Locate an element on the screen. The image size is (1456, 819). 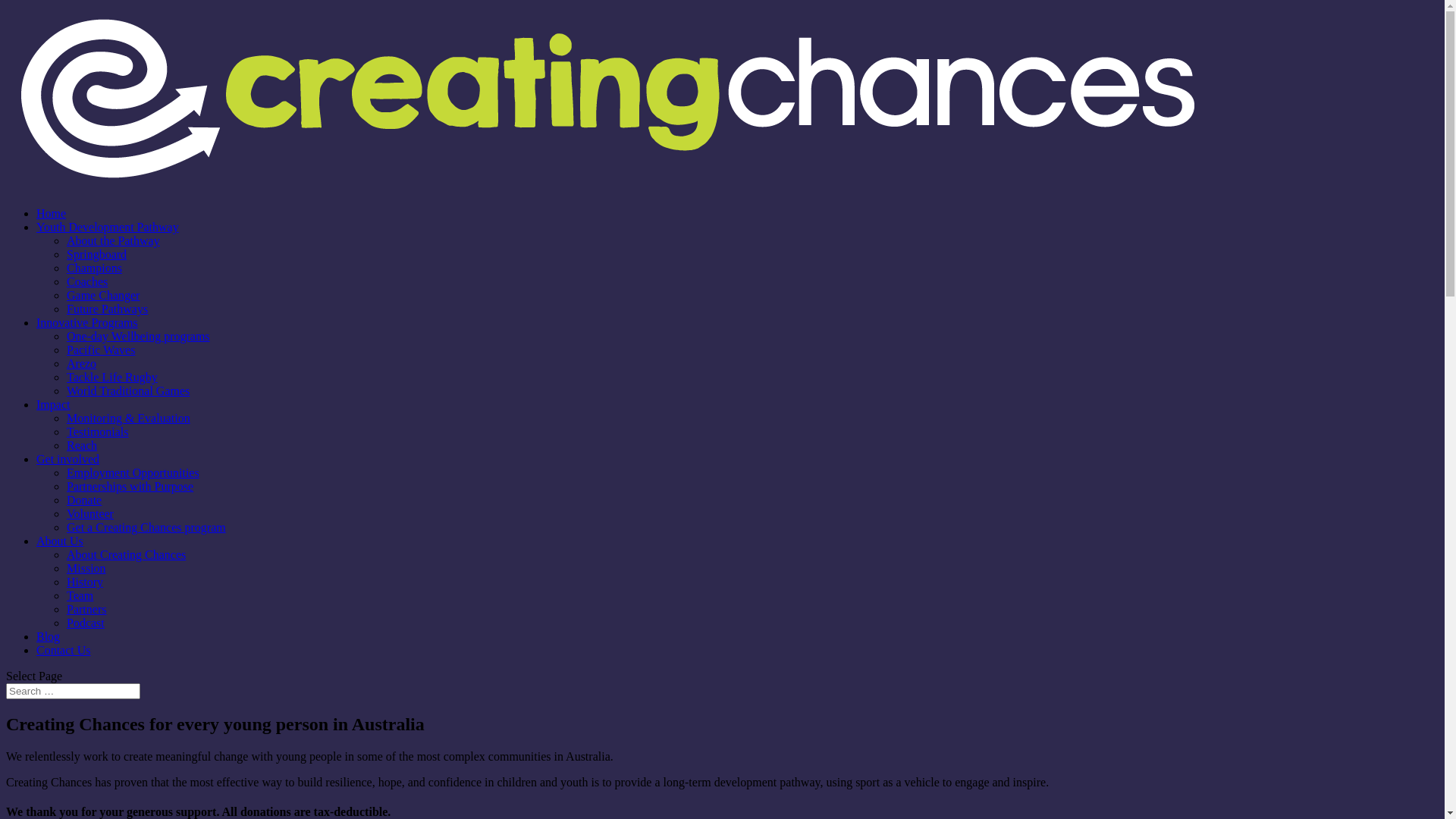
'World Traditional Games' is located at coordinates (127, 390).